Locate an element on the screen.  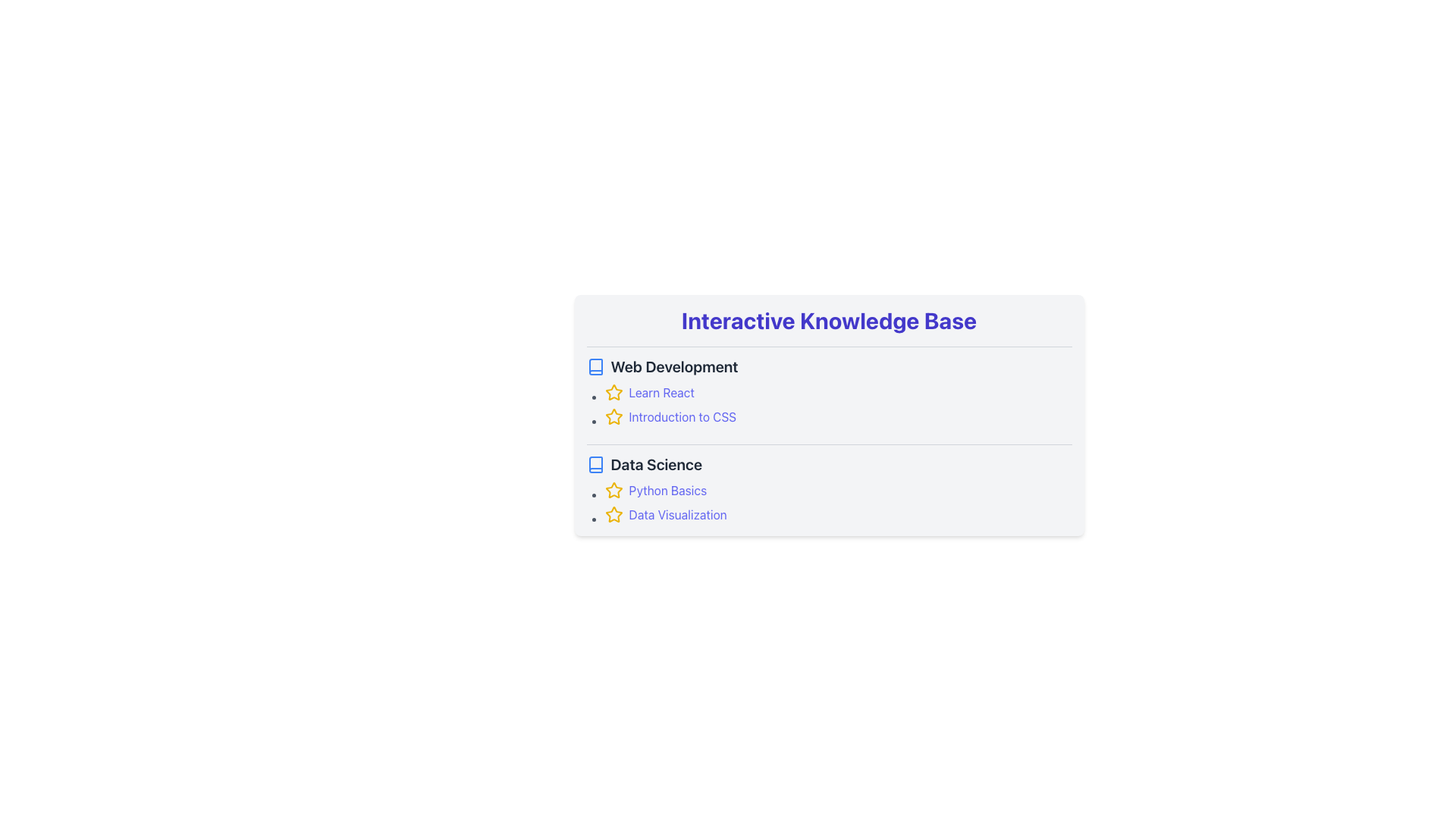
the decorative icon located to the left of the text 'Learn React' in the 'Web Development' category is located at coordinates (613, 490).